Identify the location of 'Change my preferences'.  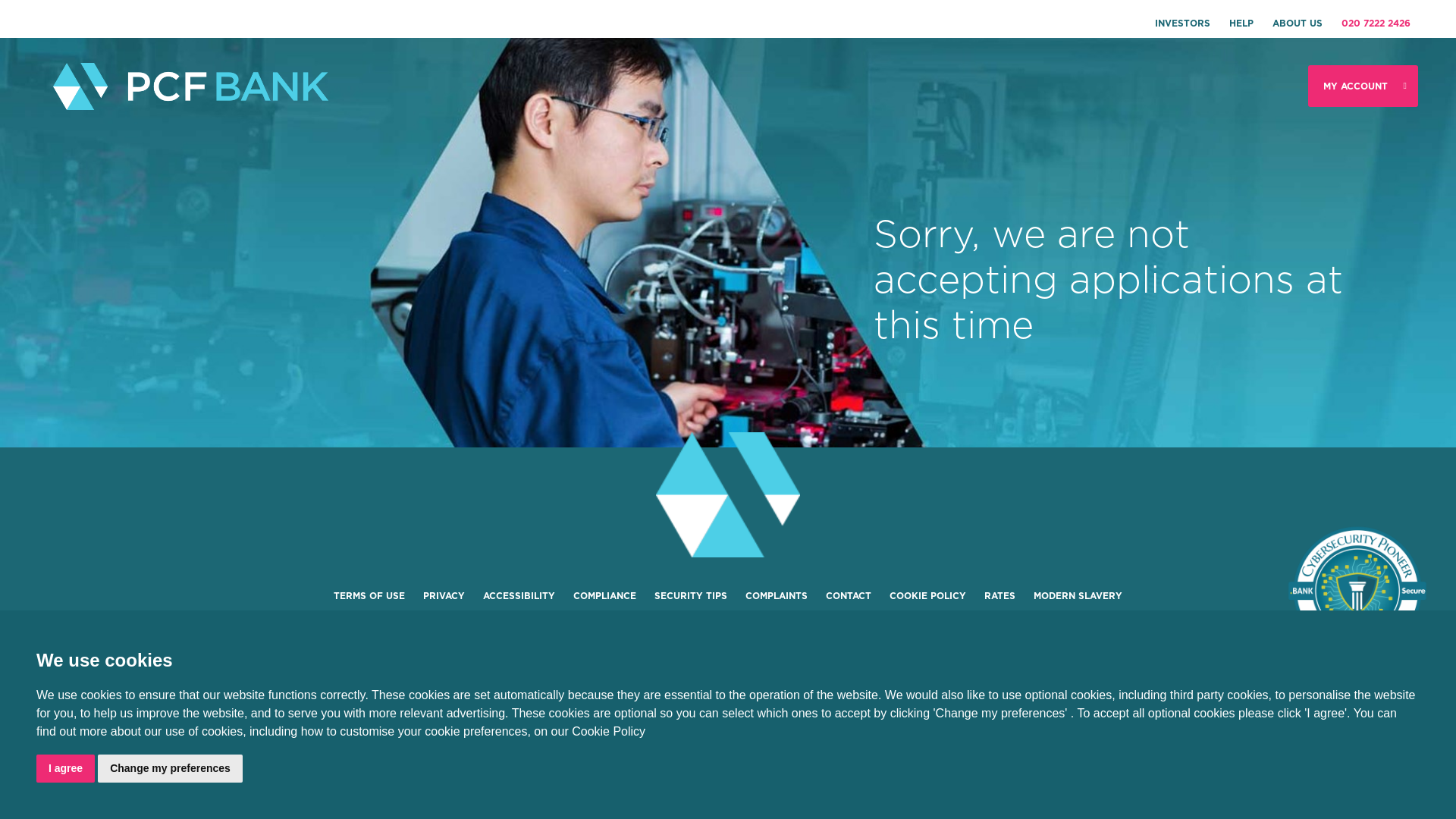
(170, 768).